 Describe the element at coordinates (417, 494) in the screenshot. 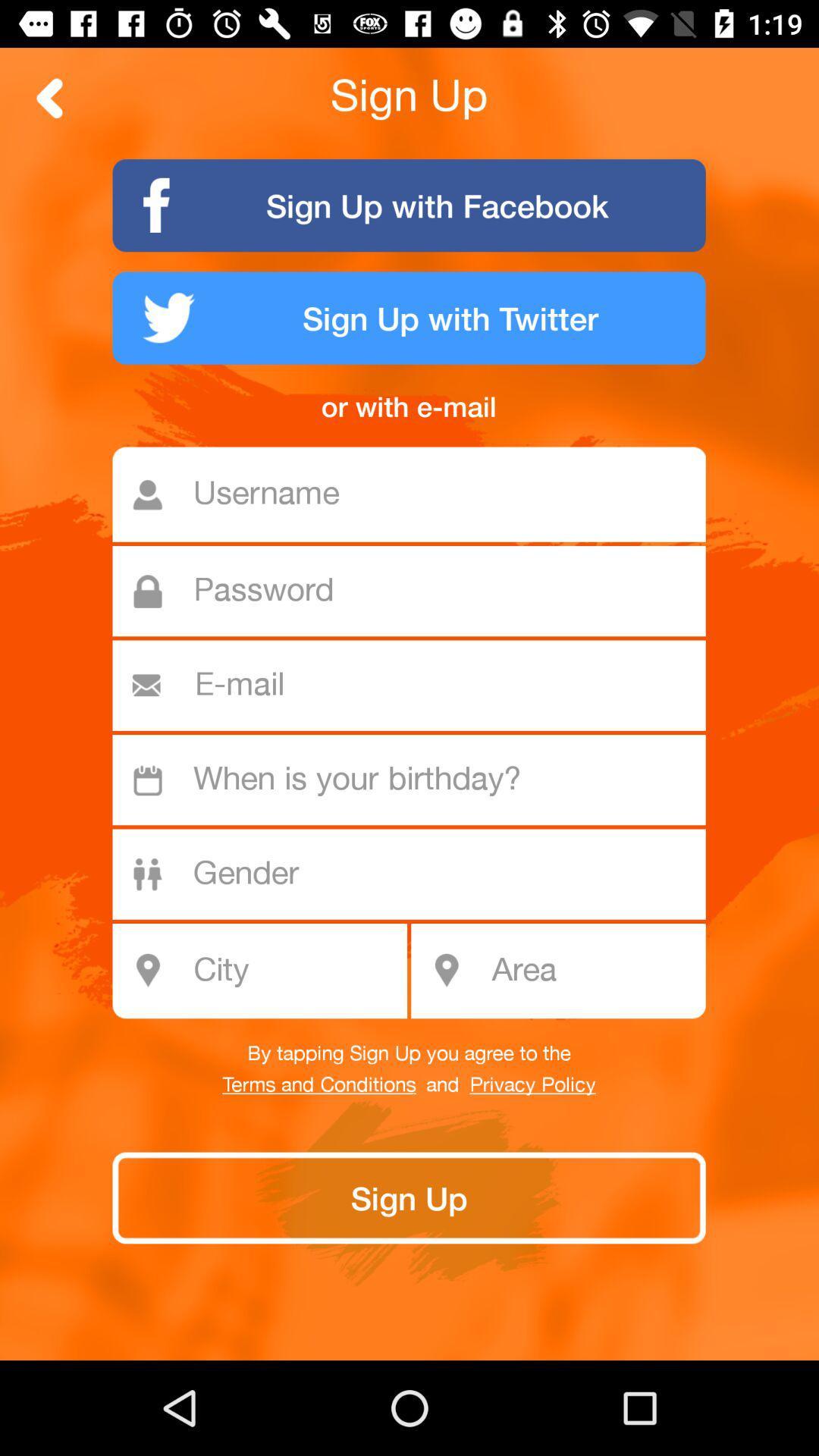

I see `item below the or with e item` at that location.